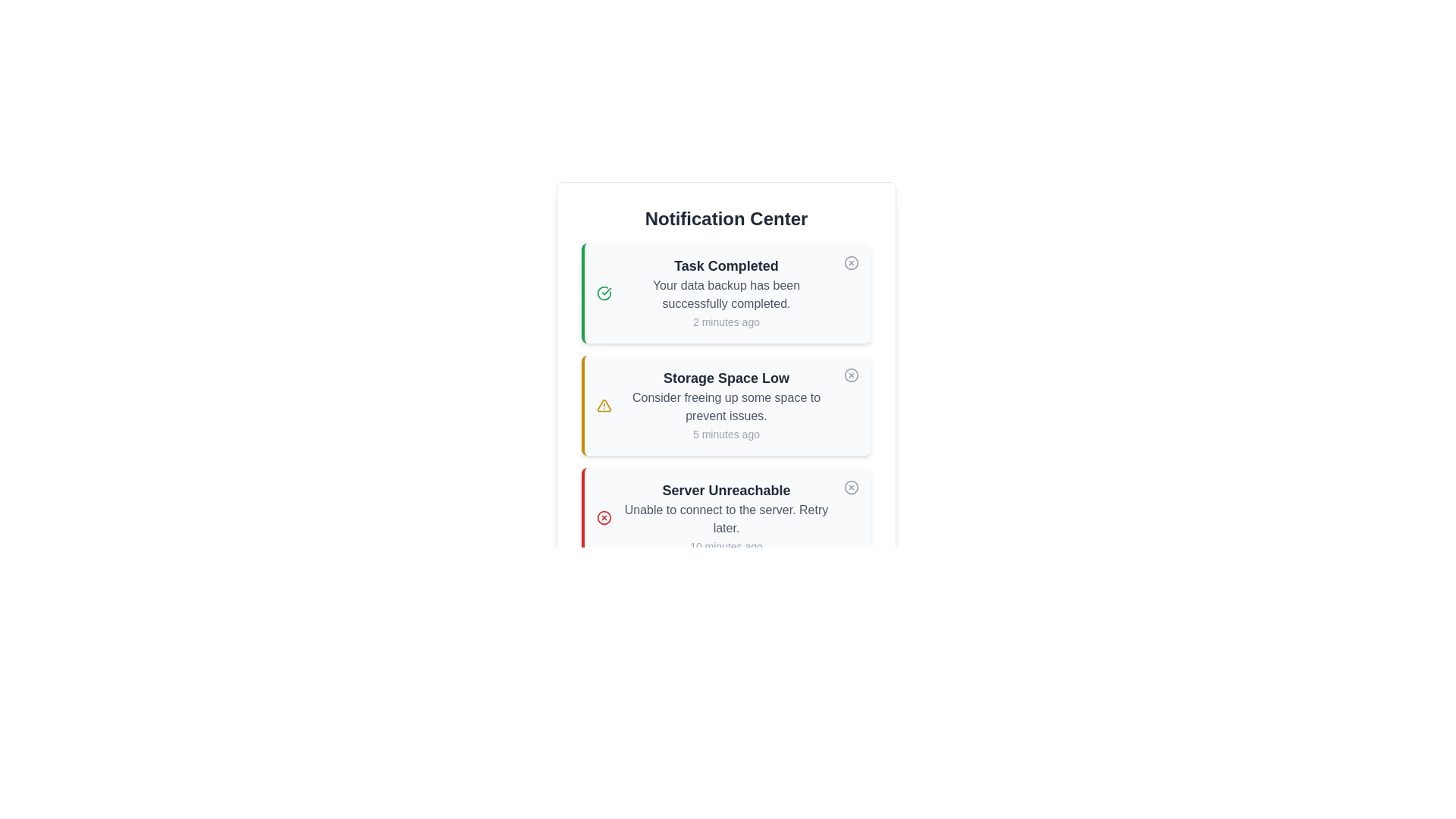 This screenshot has height=819, width=1456. Describe the element at coordinates (852, 262) in the screenshot. I see `the dismiss button located at the top-right corner of the 'Task Completed' notification card with a green border` at that location.